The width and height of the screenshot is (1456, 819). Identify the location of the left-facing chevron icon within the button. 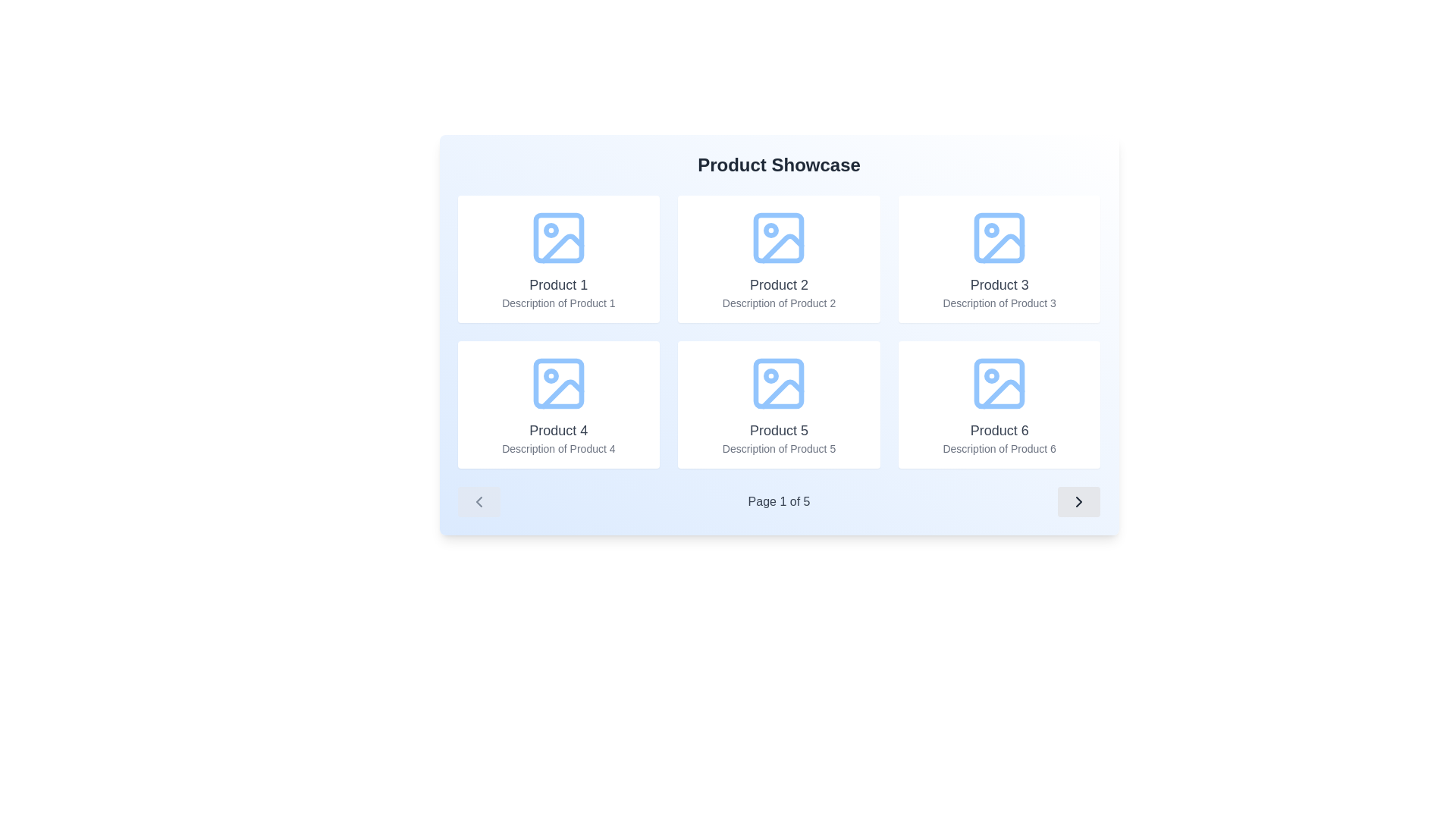
(478, 502).